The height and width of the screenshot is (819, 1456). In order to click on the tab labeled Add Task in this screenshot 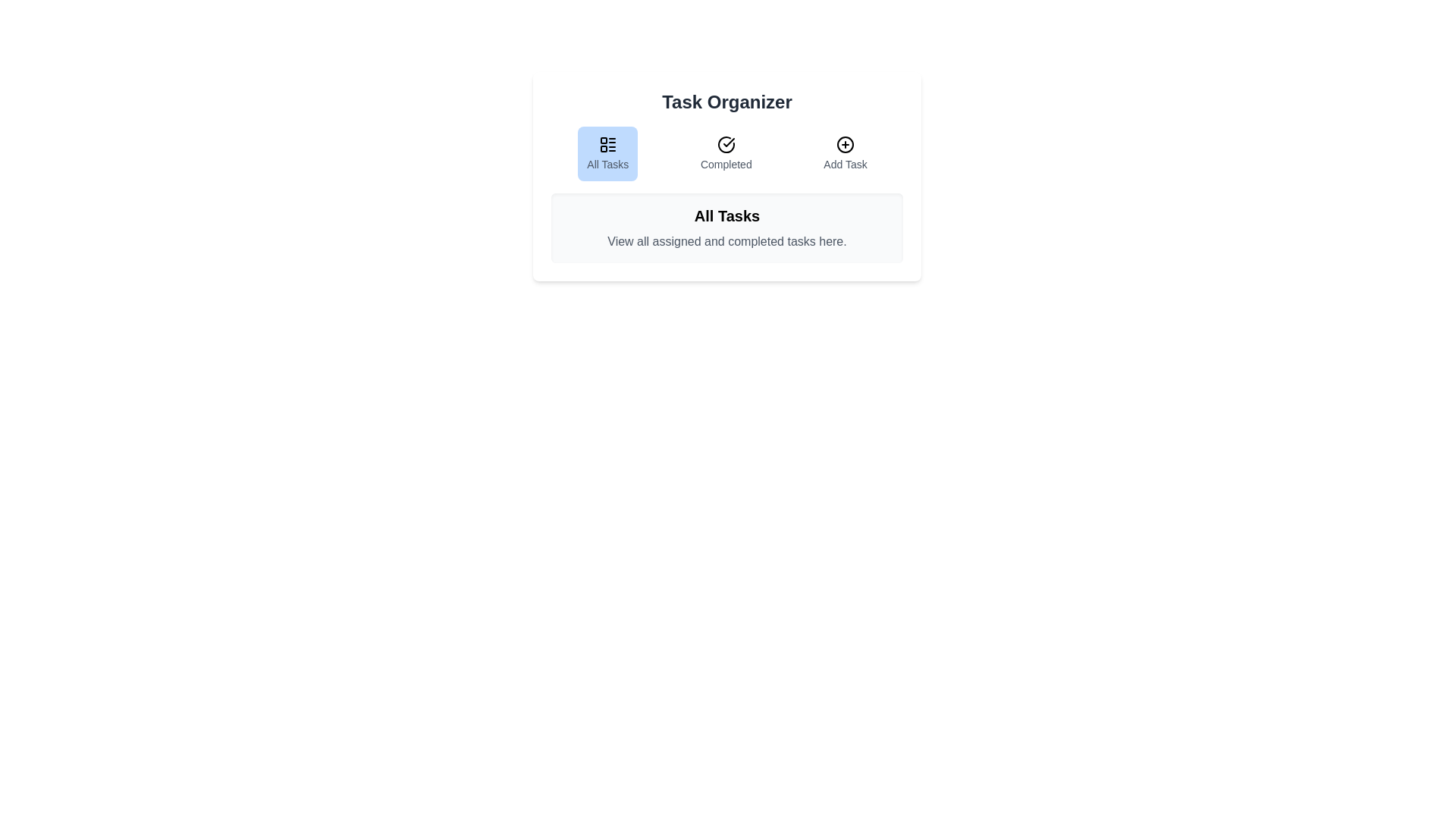, I will do `click(844, 154)`.